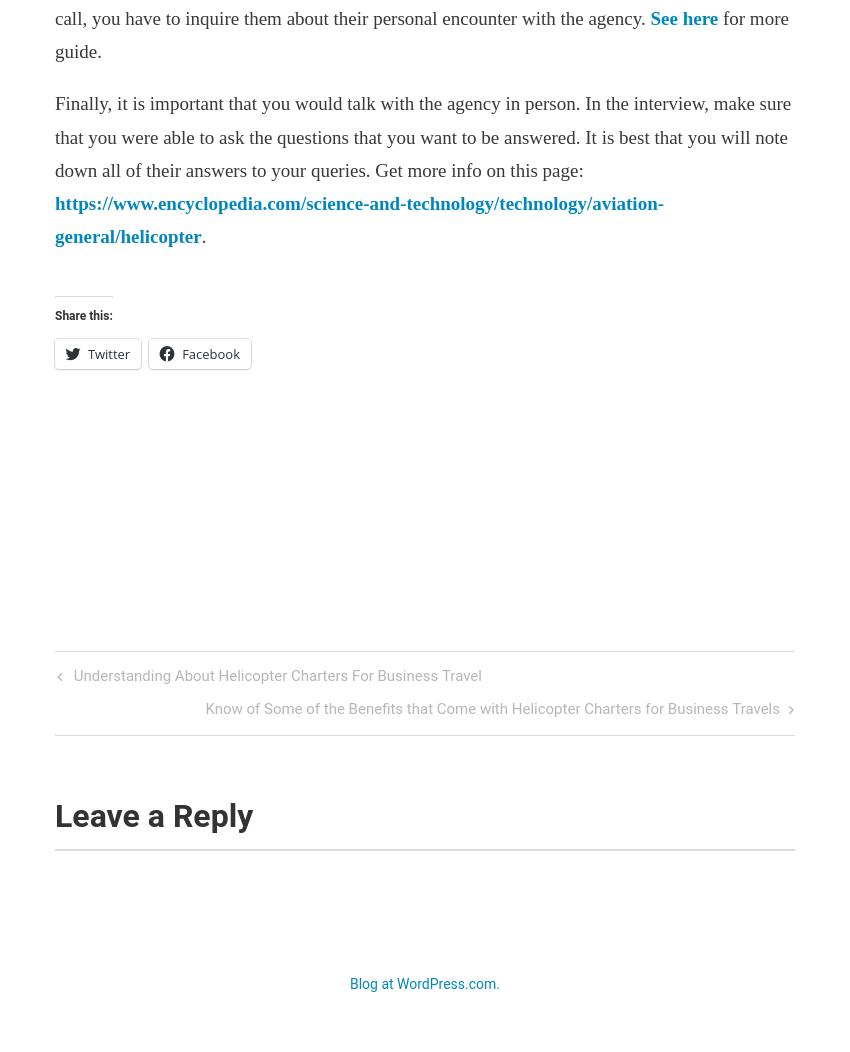  Describe the element at coordinates (107, 353) in the screenshot. I see `'Twitter'` at that location.